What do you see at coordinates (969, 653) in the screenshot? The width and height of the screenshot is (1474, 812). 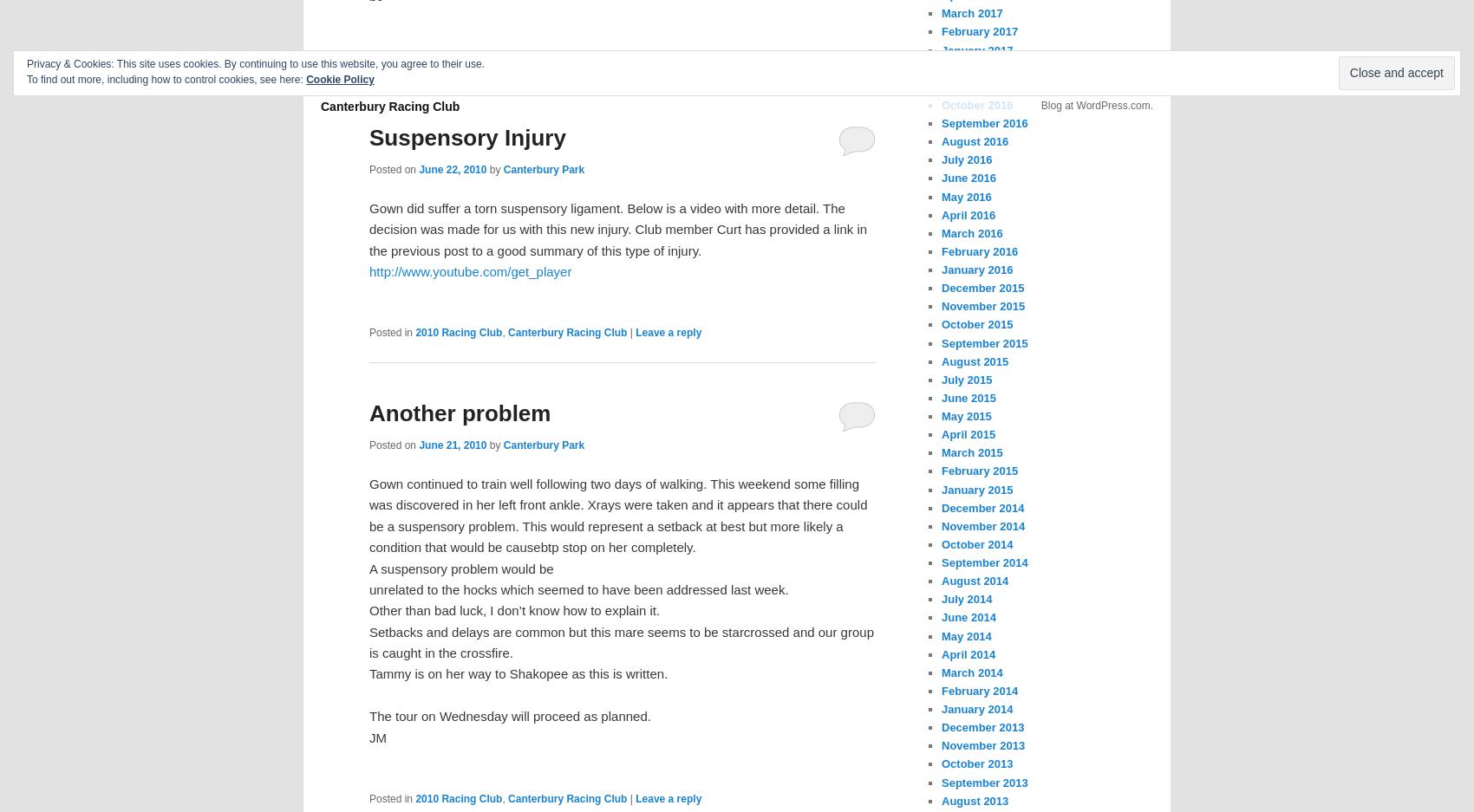 I see `'April 2014'` at bounding box center [969, 653].